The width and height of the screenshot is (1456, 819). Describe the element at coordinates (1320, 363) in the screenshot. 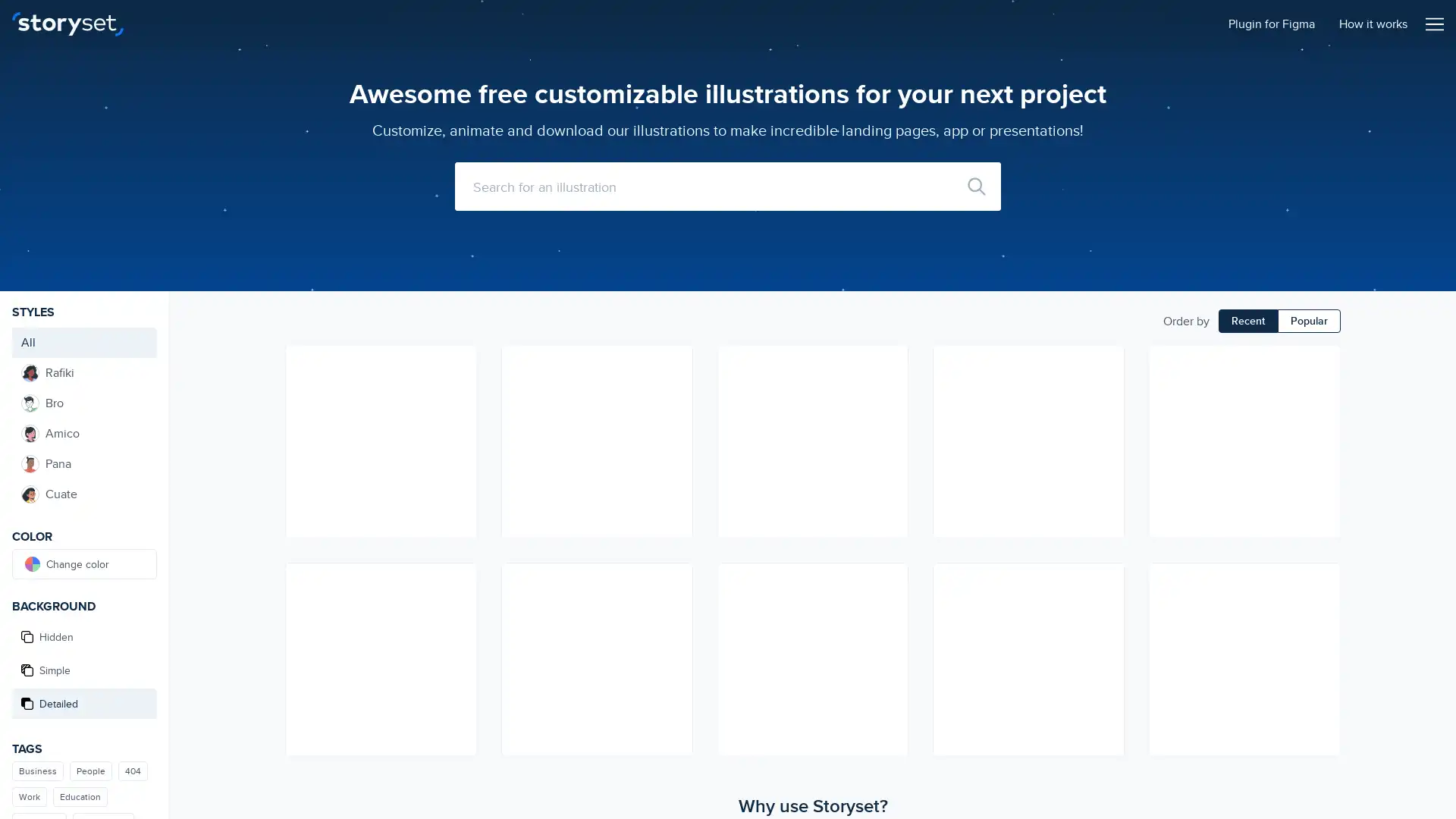

I see `wand icon Animate` at that location.